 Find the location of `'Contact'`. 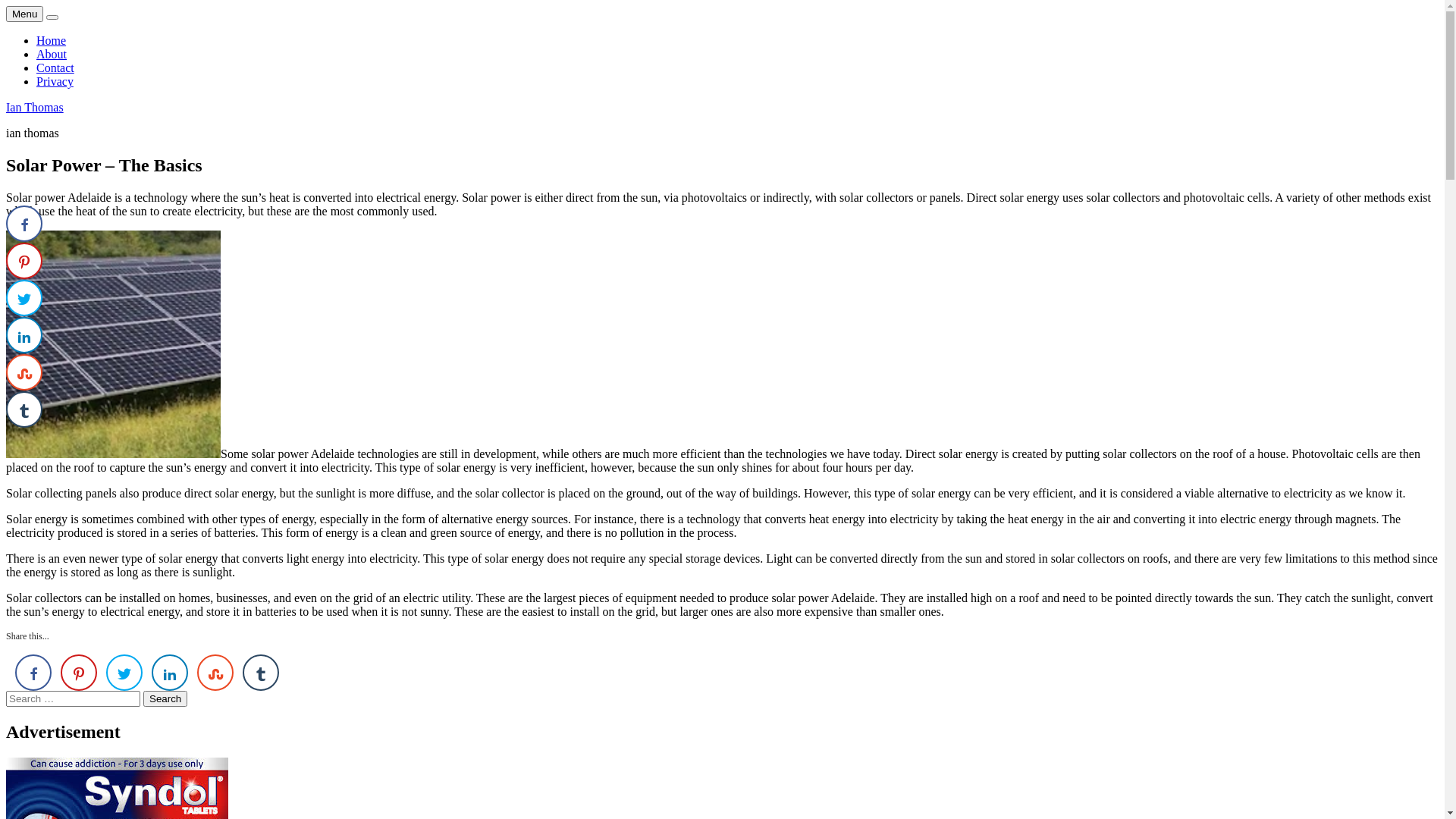

'Contact' is located at coordinates (55, 67).